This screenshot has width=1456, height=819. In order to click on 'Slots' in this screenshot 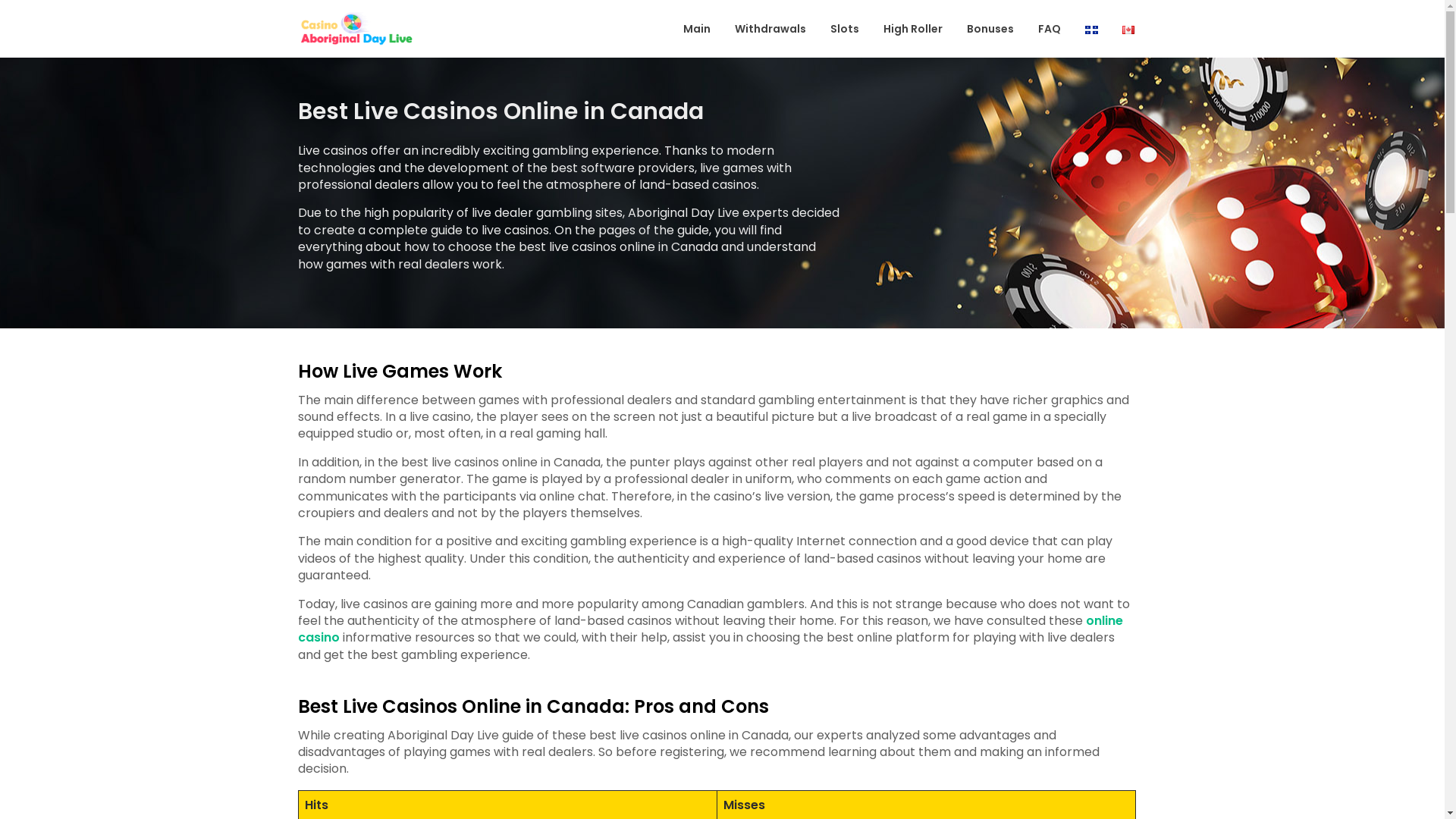, I will do `click(843, 29)`.